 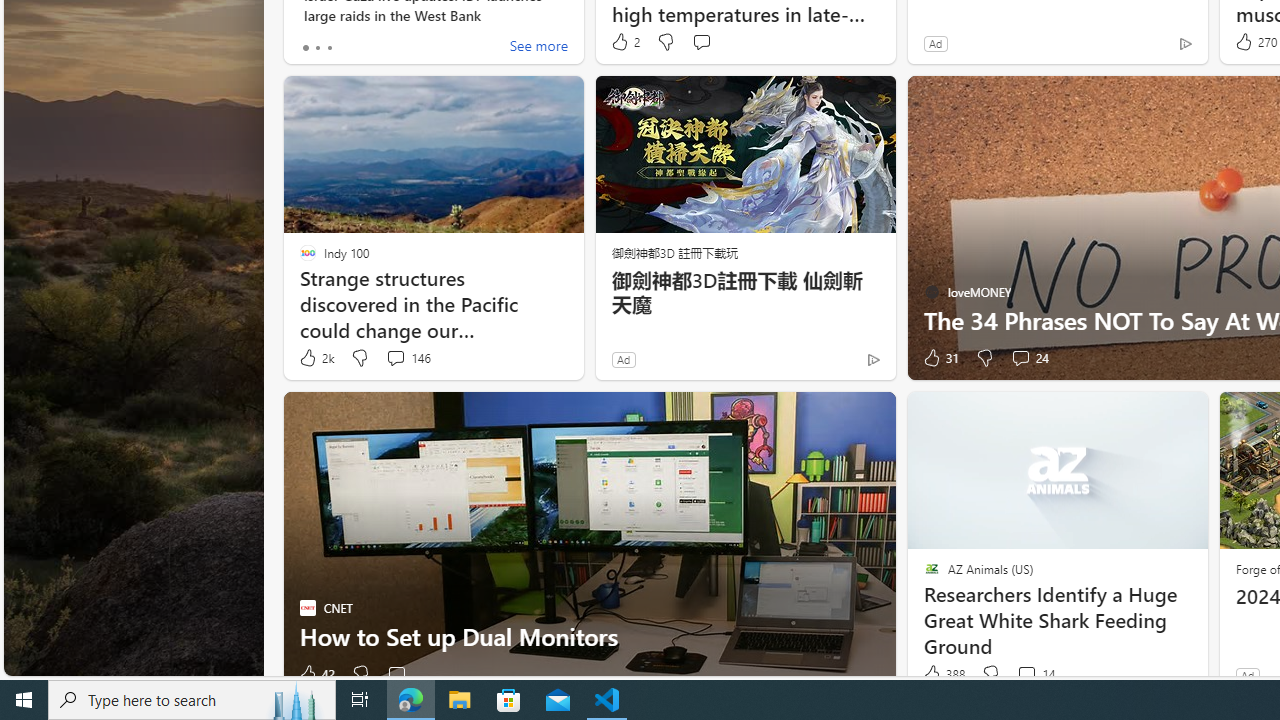 What do you see at coordinates (407, 357) in the screenshot?
I see `'View comments 146 Comment'` at bounding box center [407, 357].